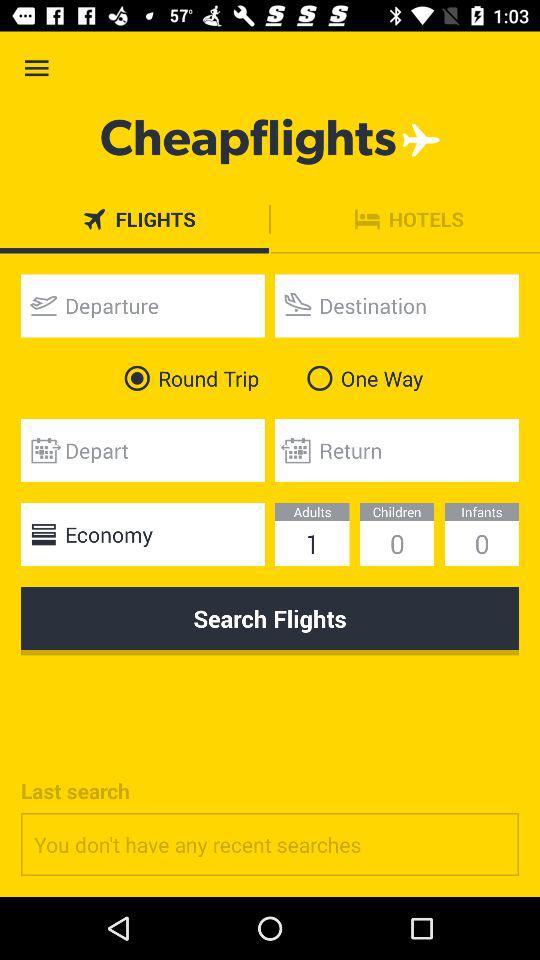  Describe the element at coordinates (270, 620) in the screenshot. I see `the search flights icon` at that location.